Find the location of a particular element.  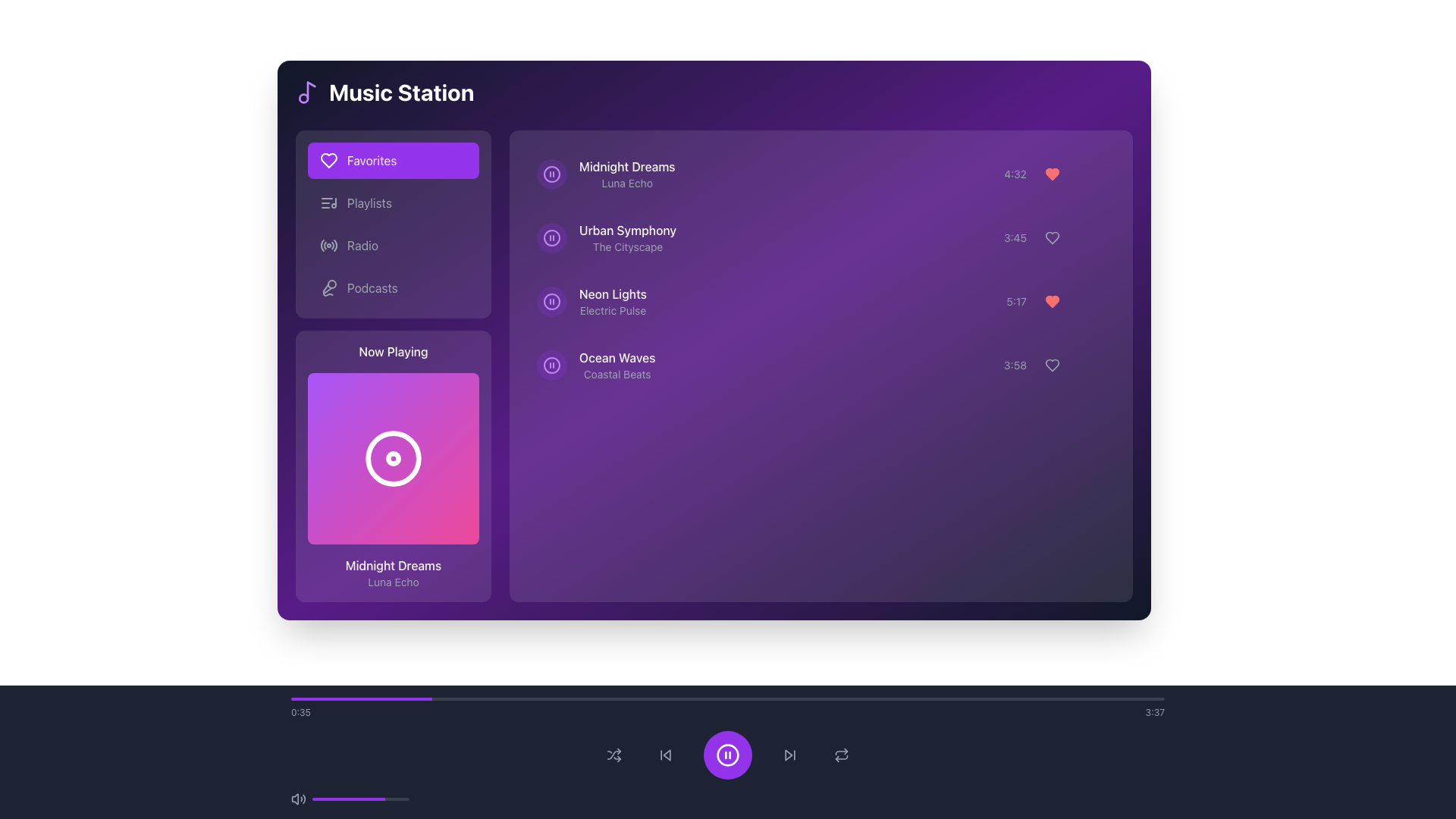

the progress bar located at the bottom of the application interface is located at coordinates (728, 708).